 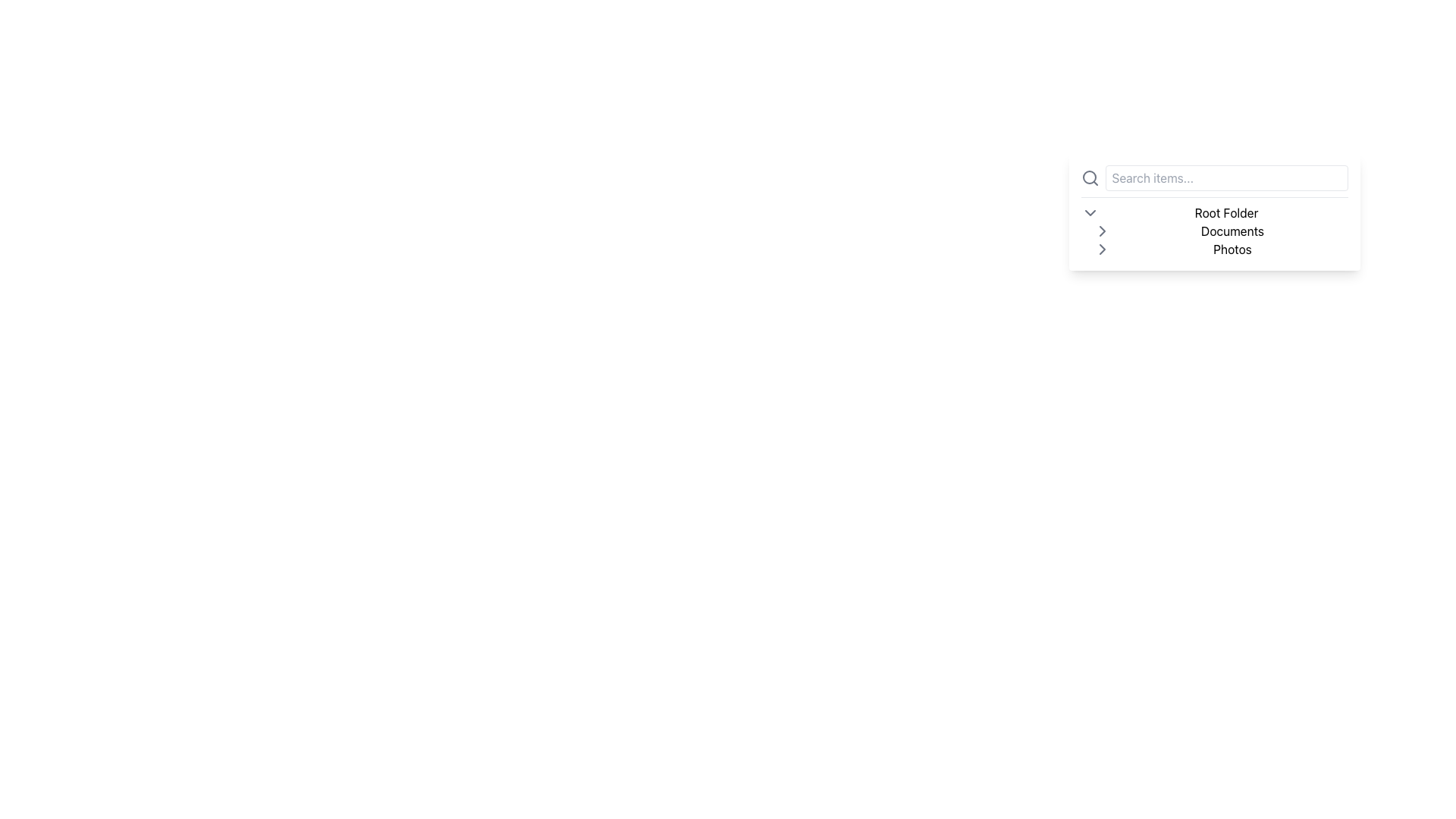 What do you see at coordinates (1089, 177) in the screenshot?
I see `the search icon located on the leftmost side of the horizontal group containing the search input field` at bounding box center [1089, 177].